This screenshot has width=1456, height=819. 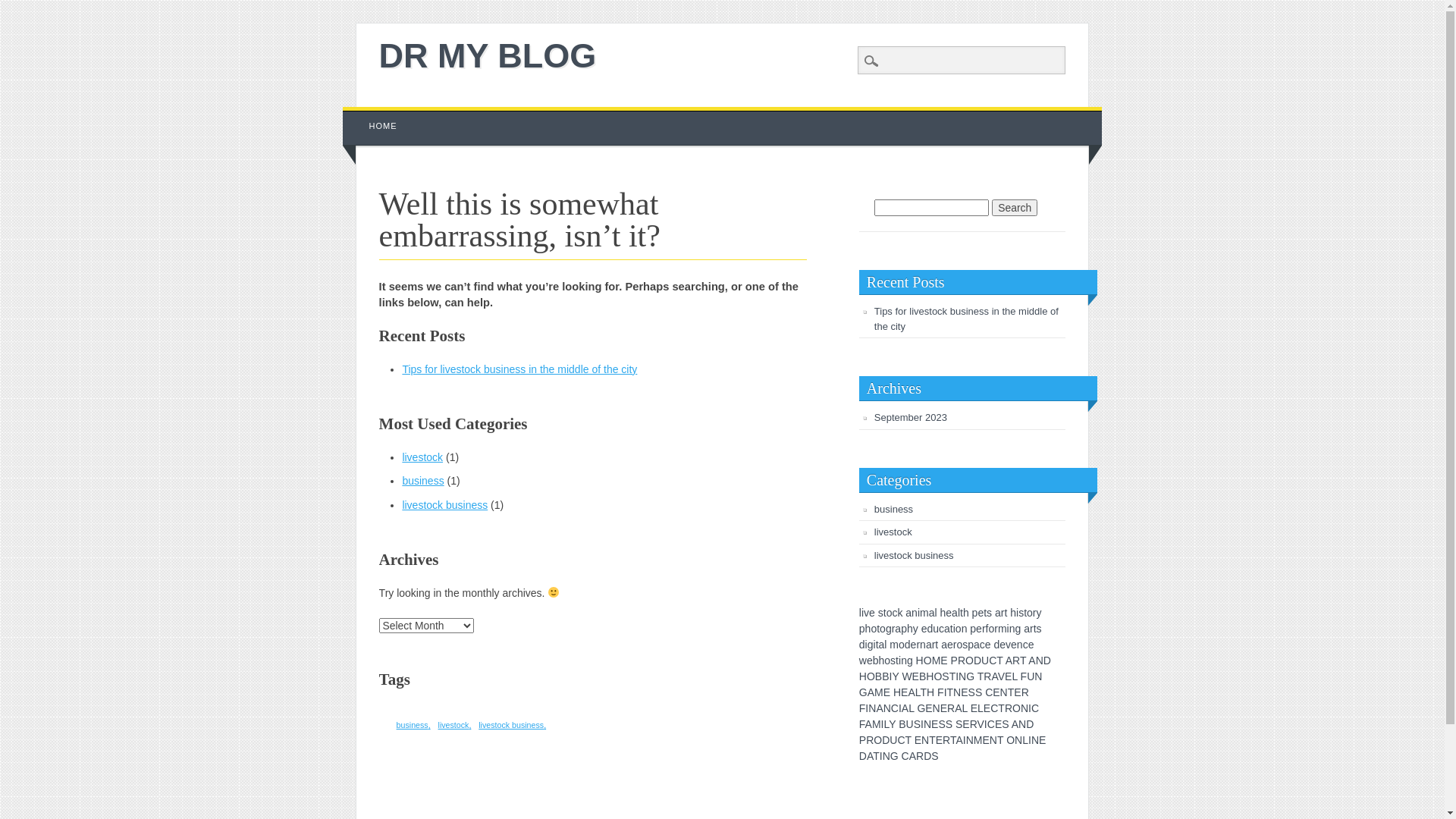 What do you see at coordinates (965, 318) in the screenshot?
I see `'Tips for livestock business in the middle of the city'` at bounding box center [965, 318].